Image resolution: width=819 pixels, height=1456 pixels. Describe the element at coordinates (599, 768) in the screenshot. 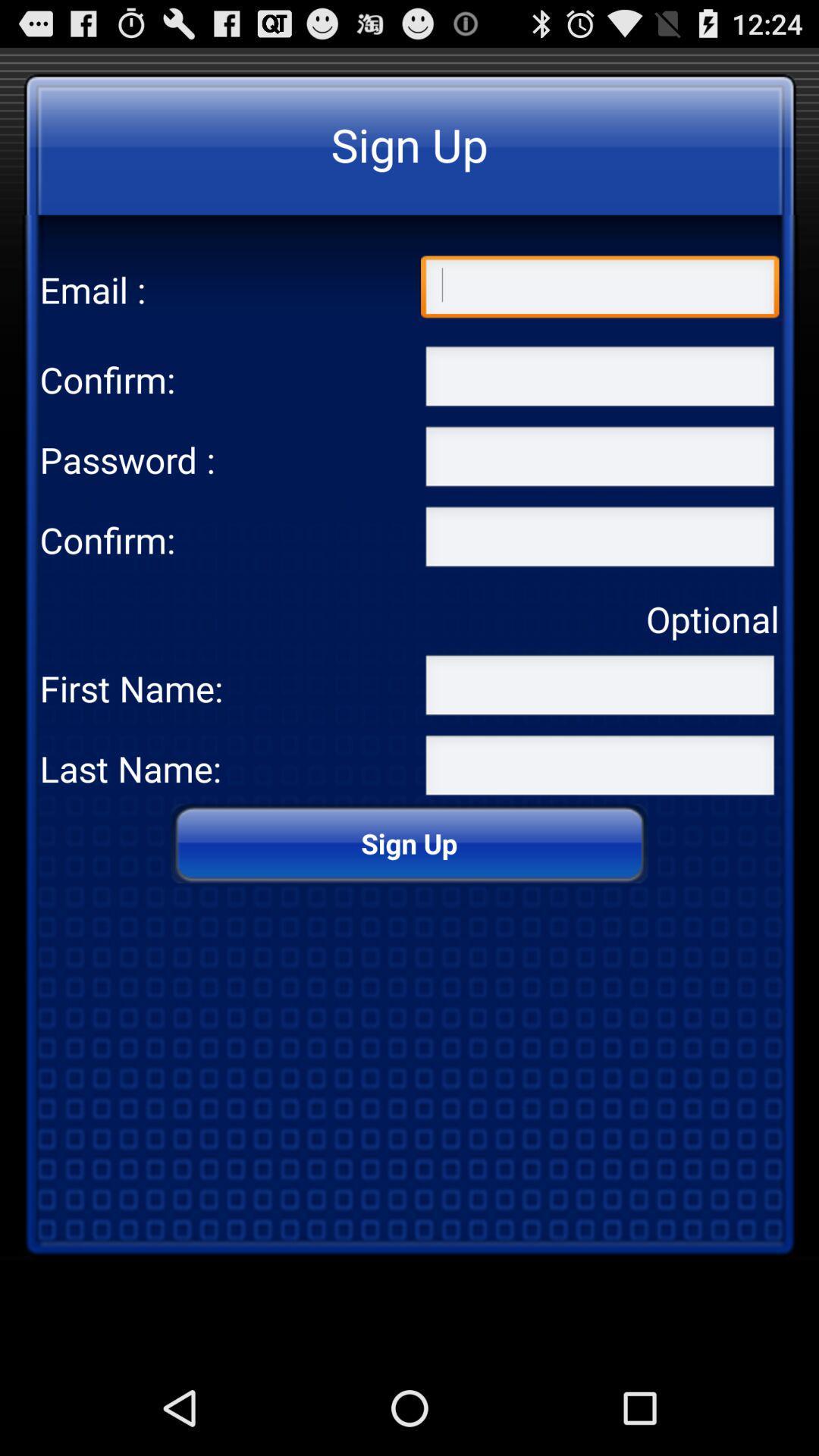

I see `autoplay option` at that location.